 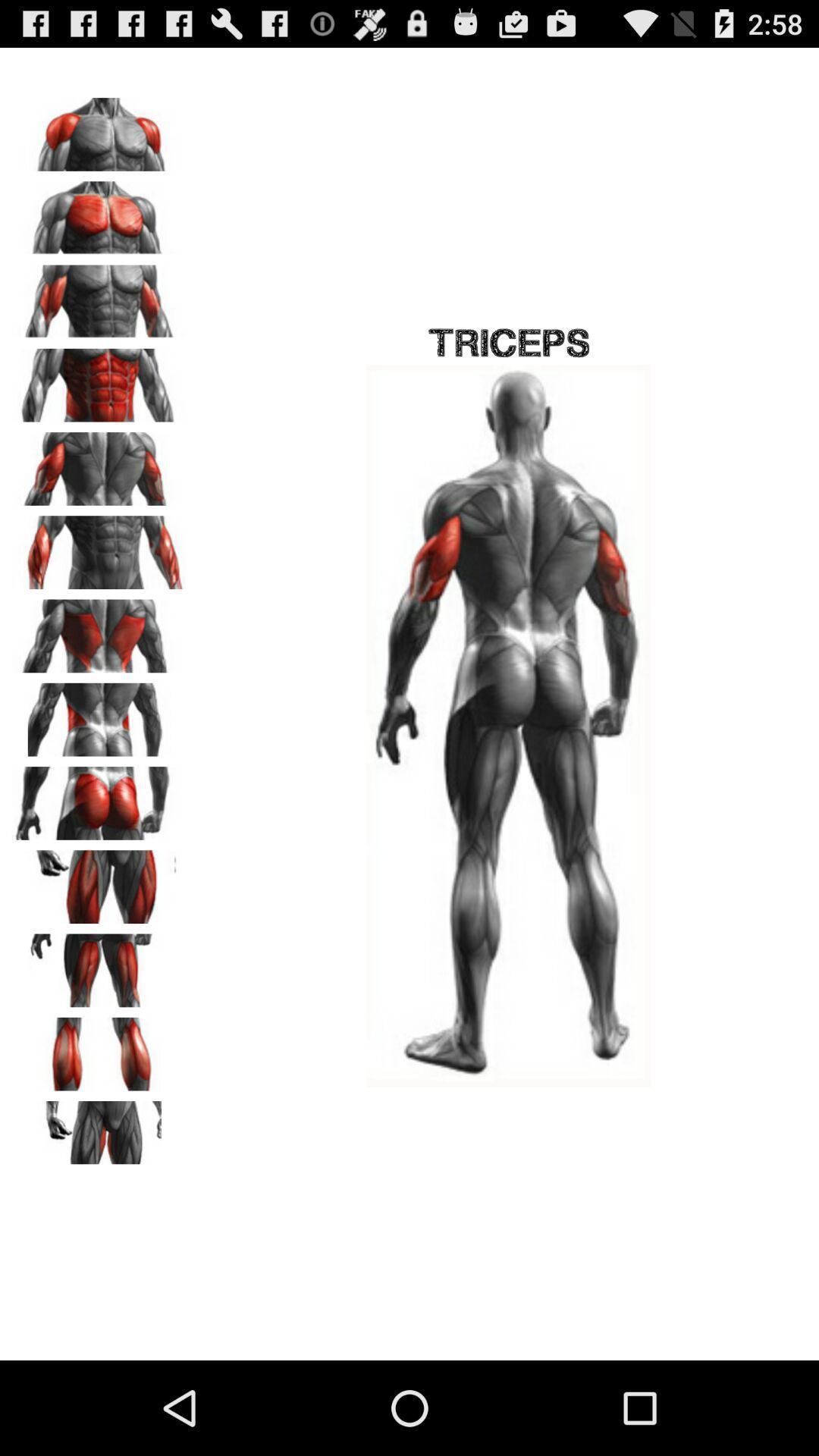 What do you see at coordinates (99, 1048) in the screenshot?
I see `calves` at bounding box center [99, 1048].